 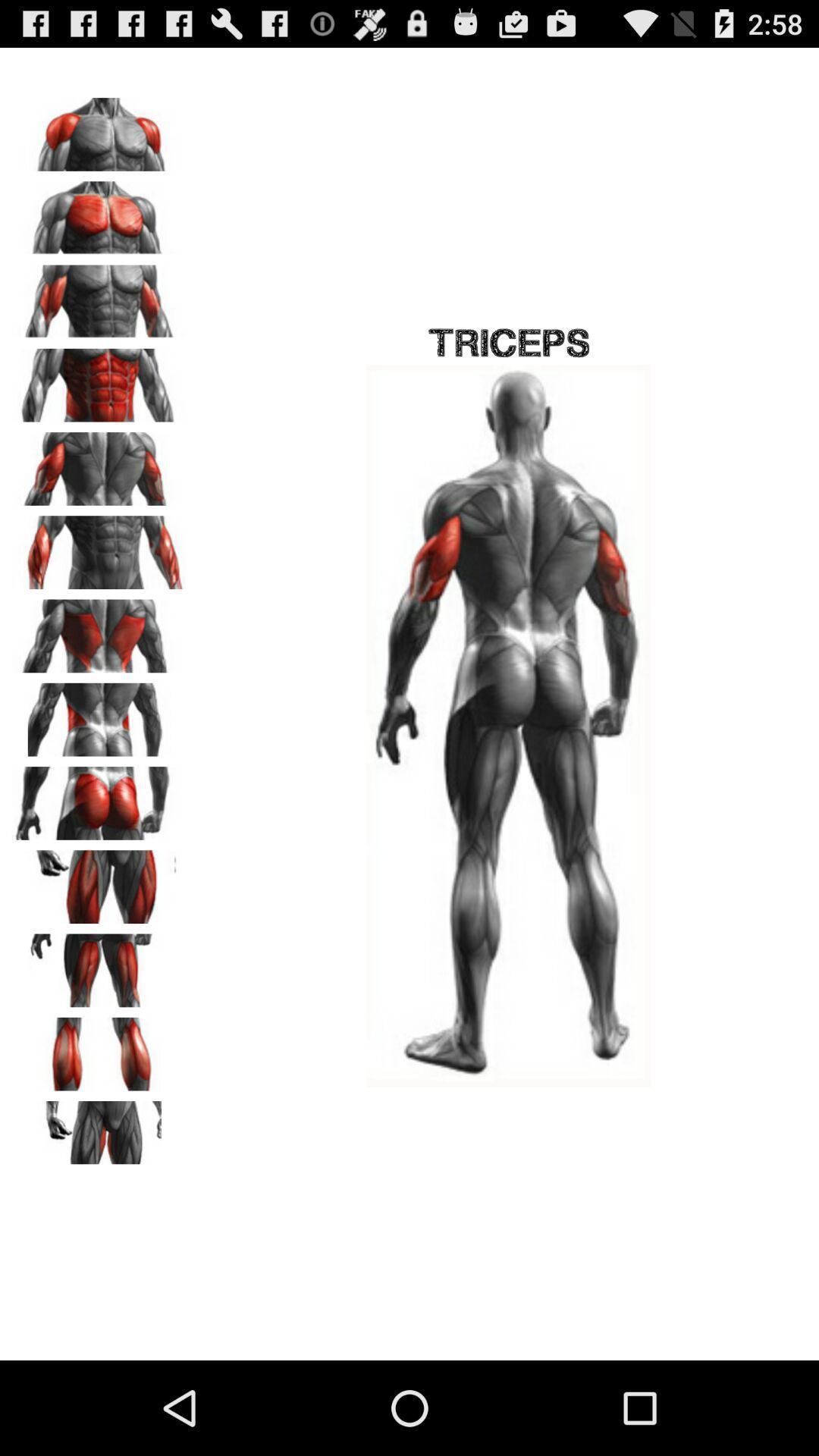 What do you see at coordinates (99, 1048) in the screenshot?
I see `calves` at bounding box center [99, 1048].